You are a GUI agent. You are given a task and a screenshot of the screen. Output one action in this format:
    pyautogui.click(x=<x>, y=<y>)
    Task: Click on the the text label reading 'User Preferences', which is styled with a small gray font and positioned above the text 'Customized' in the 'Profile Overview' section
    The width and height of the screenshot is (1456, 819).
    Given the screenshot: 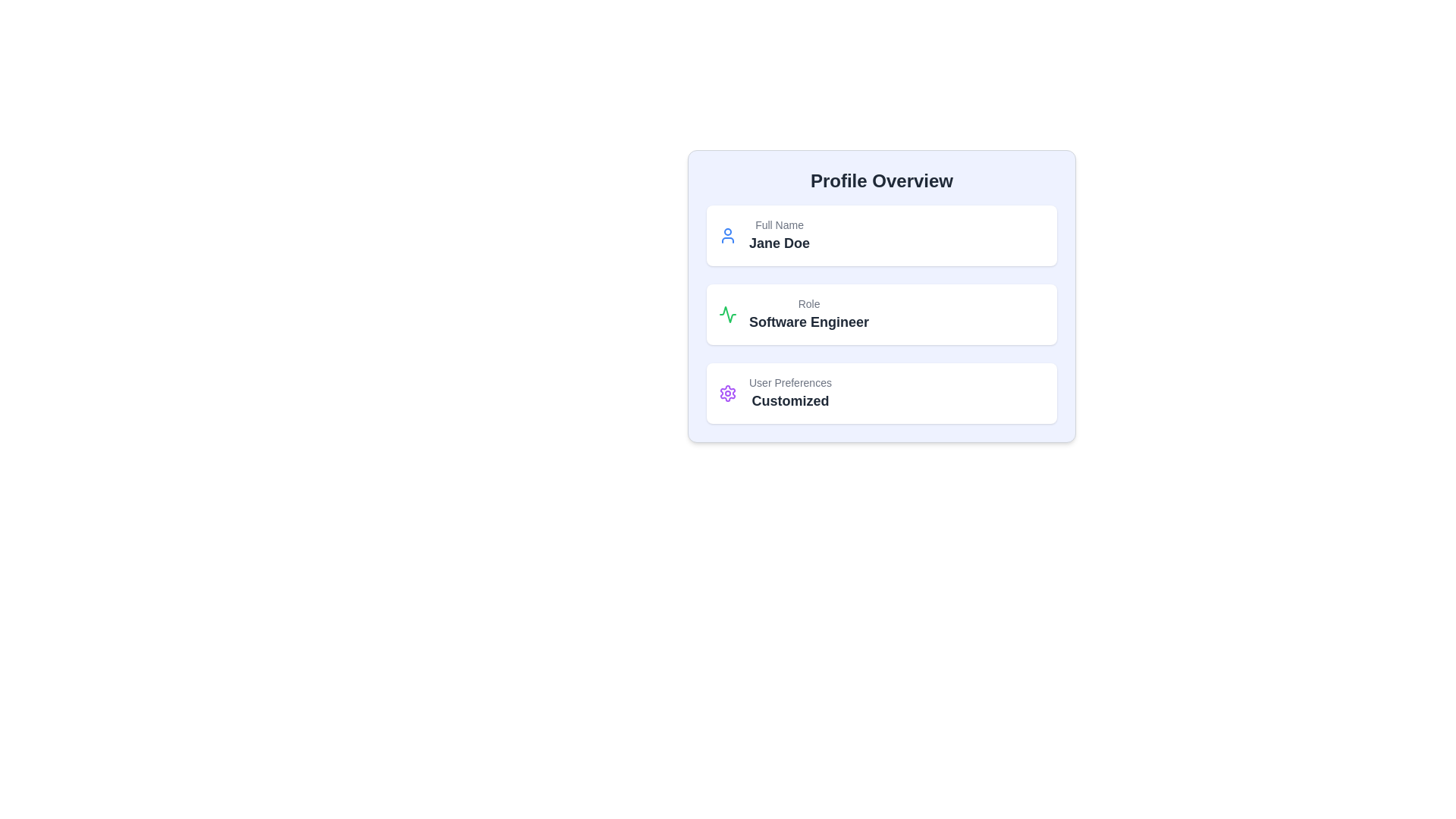 What is the action you would take?
    pyautogui.click(x=789, y=382)
    